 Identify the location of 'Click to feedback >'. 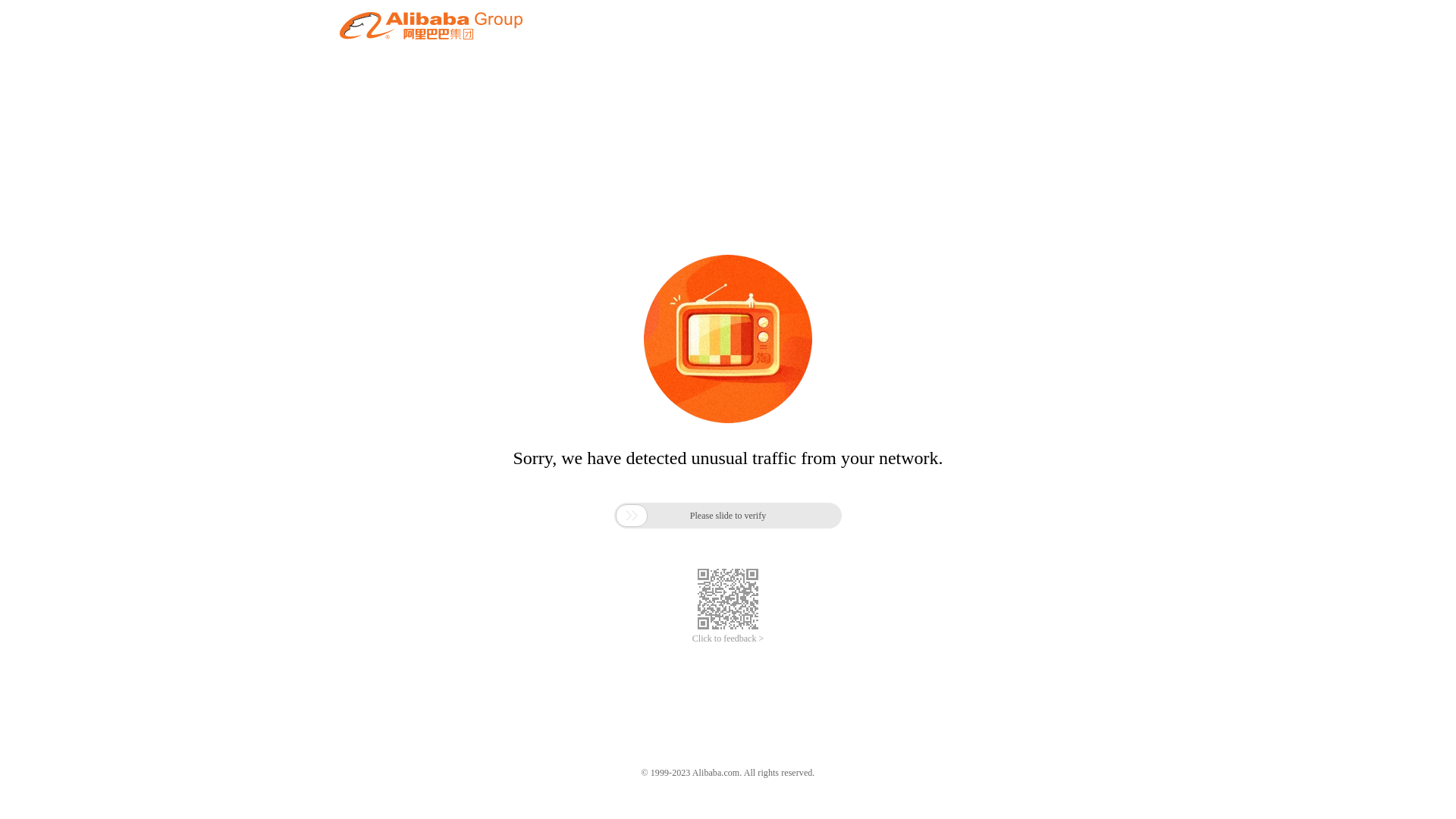
(728, 639).